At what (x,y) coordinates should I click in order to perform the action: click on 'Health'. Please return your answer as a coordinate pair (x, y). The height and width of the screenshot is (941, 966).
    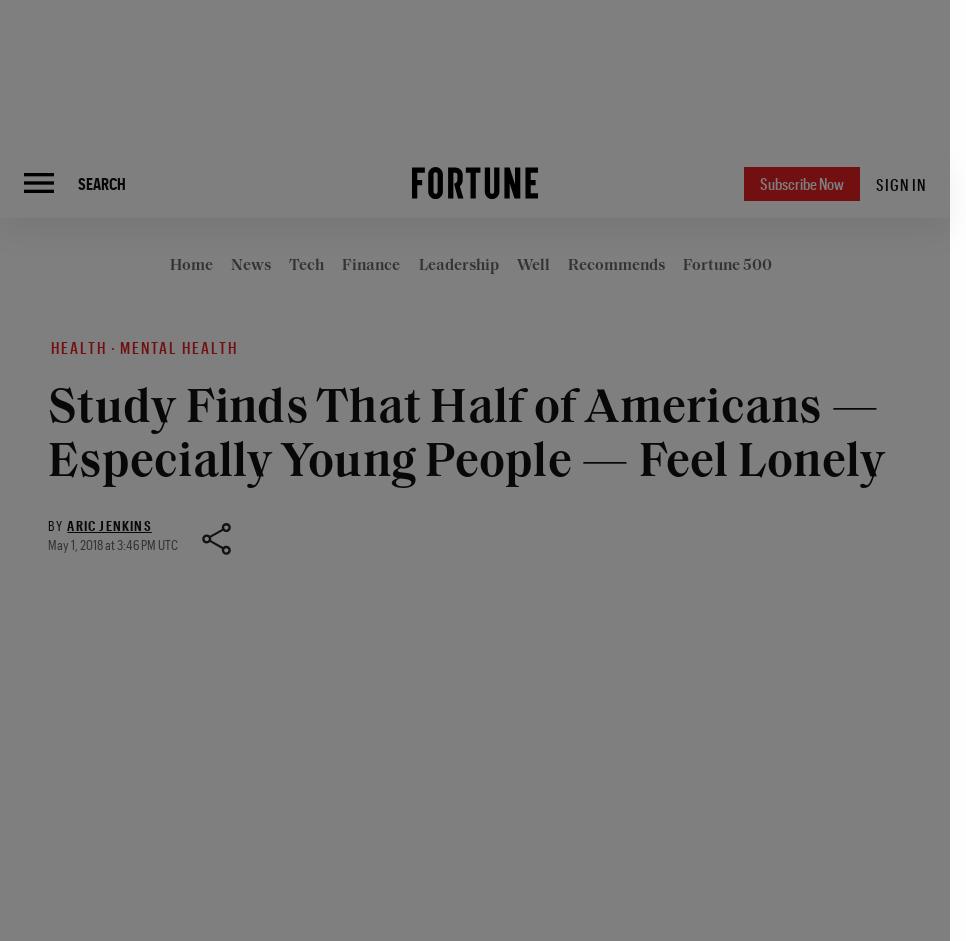
    Looking at the image, I should click on (78, 347).